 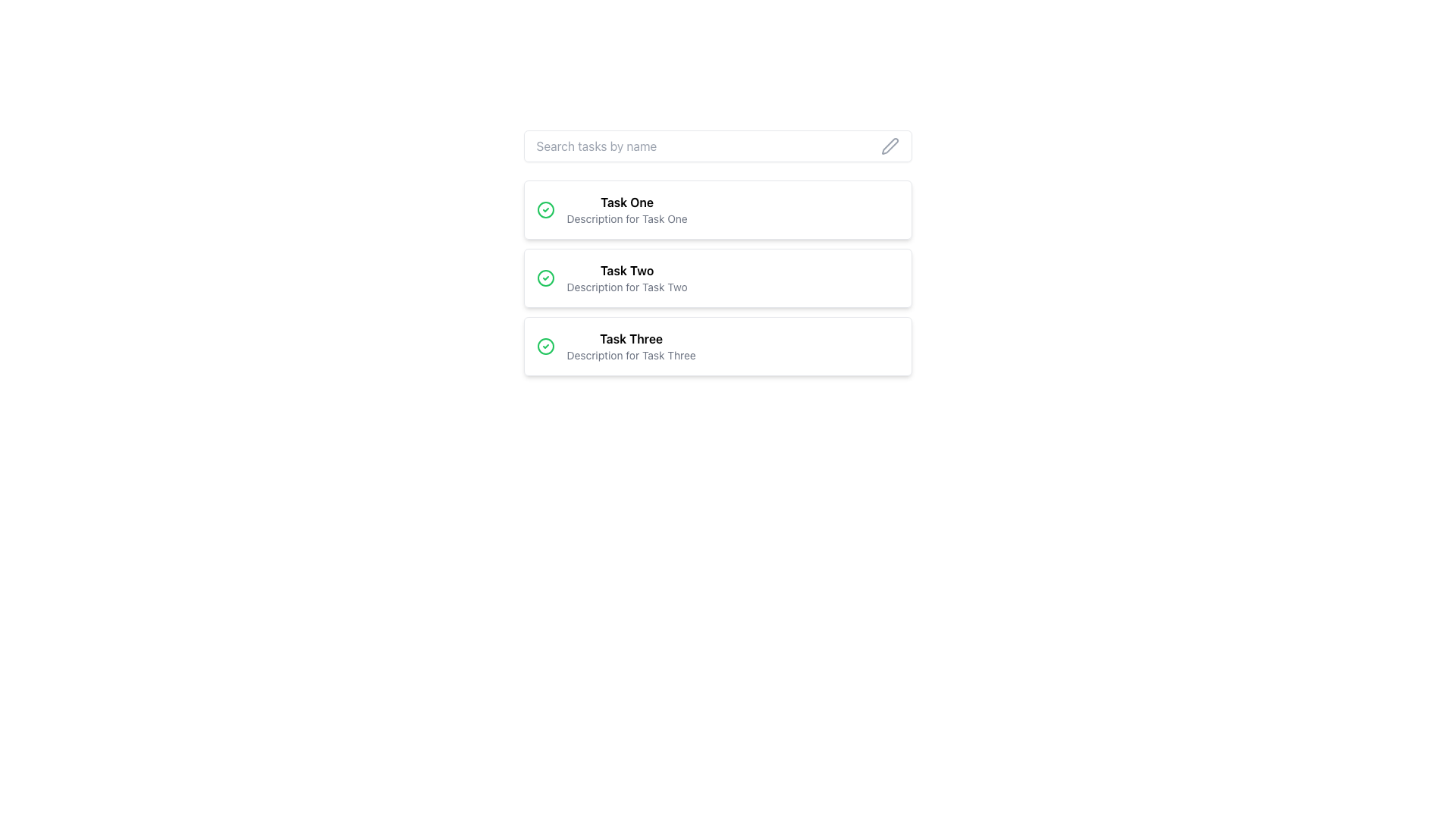 I want to click on the text element providing a detailed description for 'Task Two', located immediately below the text 'Task Two' in the second task item of a vertically aligned list of tasks, so click(x=627, y=287).